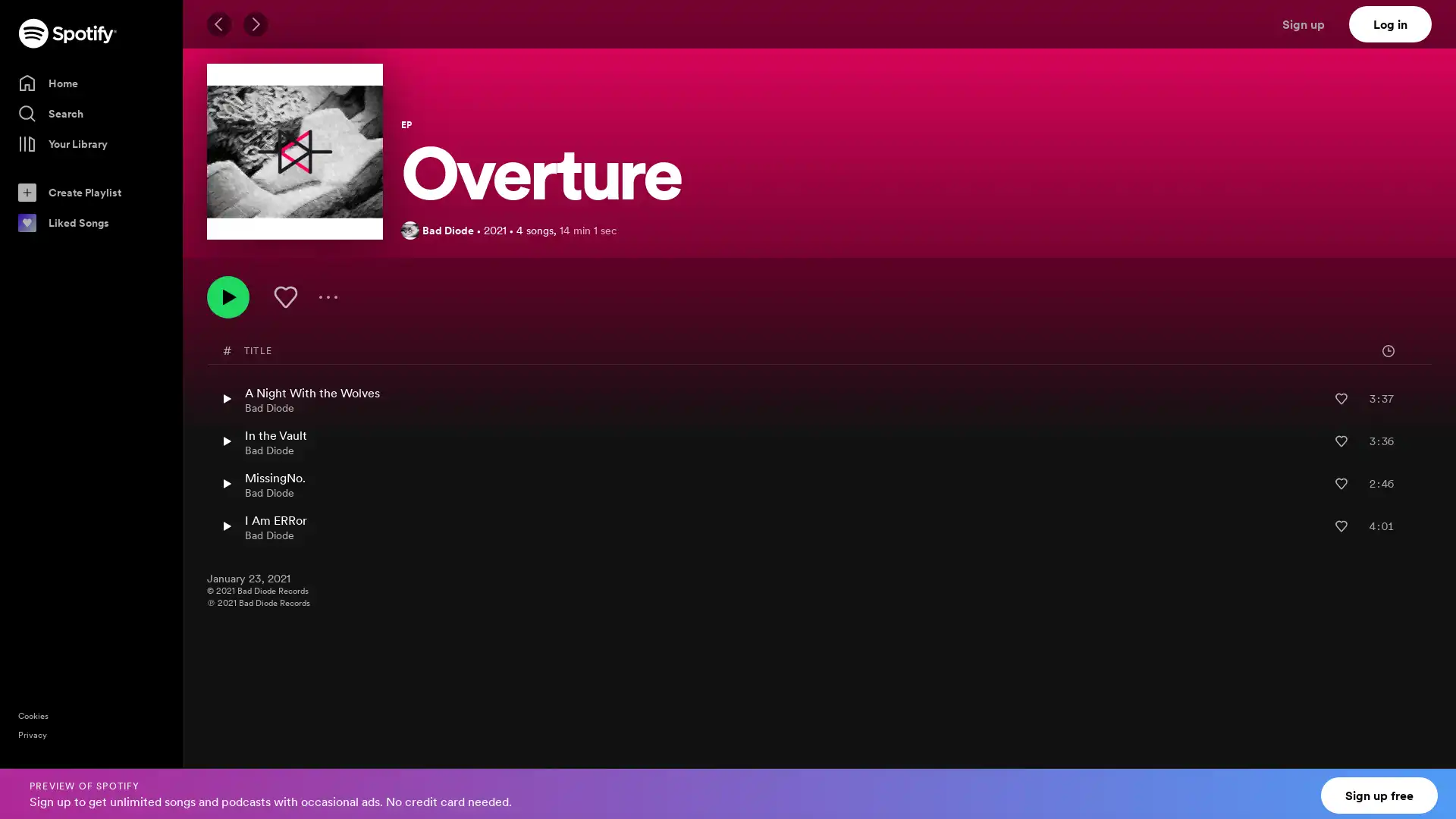  I want to click on Play MissingNo. by Bad Diode, so click(225, 483).